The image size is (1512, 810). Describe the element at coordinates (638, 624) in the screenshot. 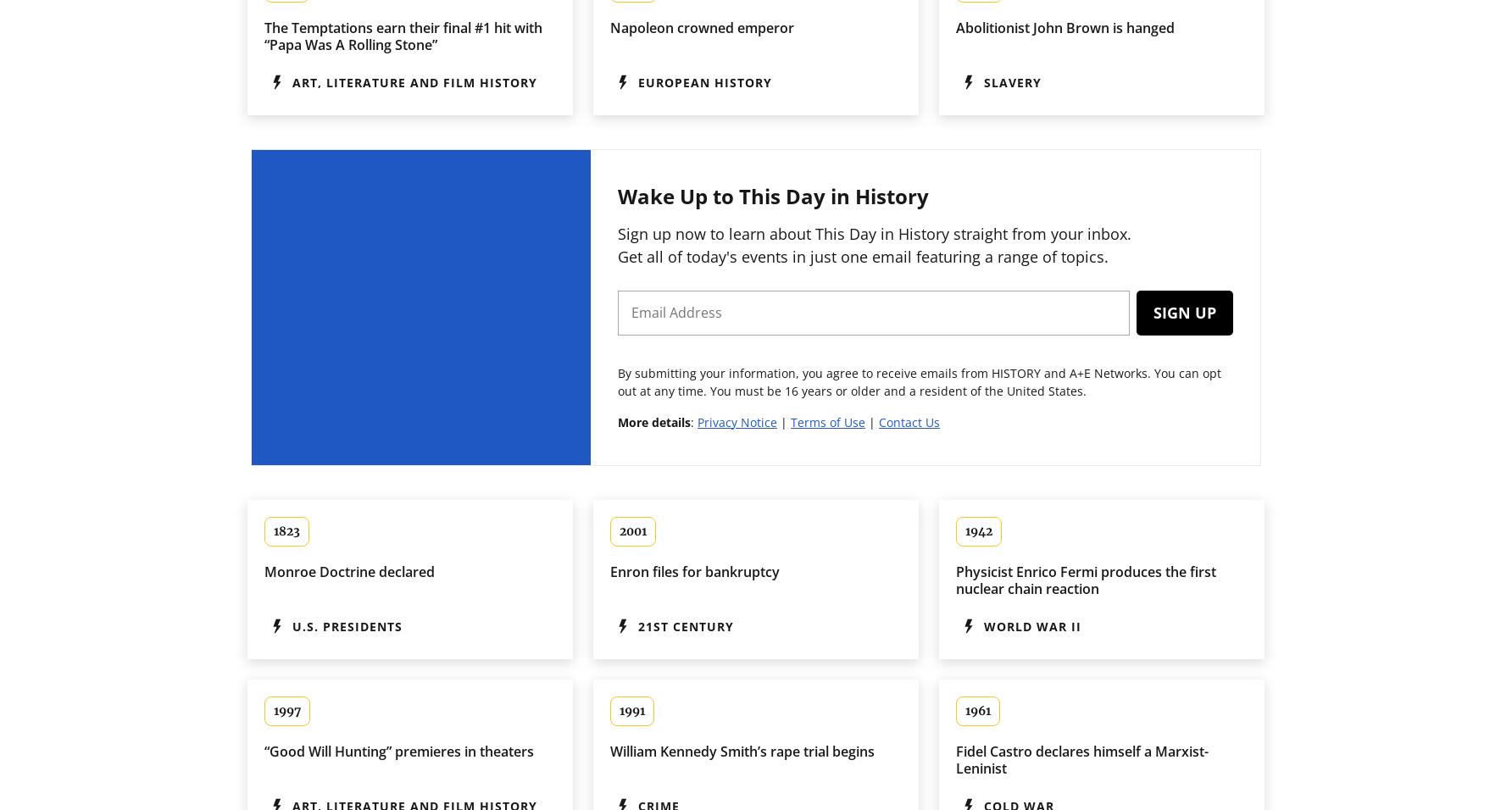

I see `'21st Century'` at that location.